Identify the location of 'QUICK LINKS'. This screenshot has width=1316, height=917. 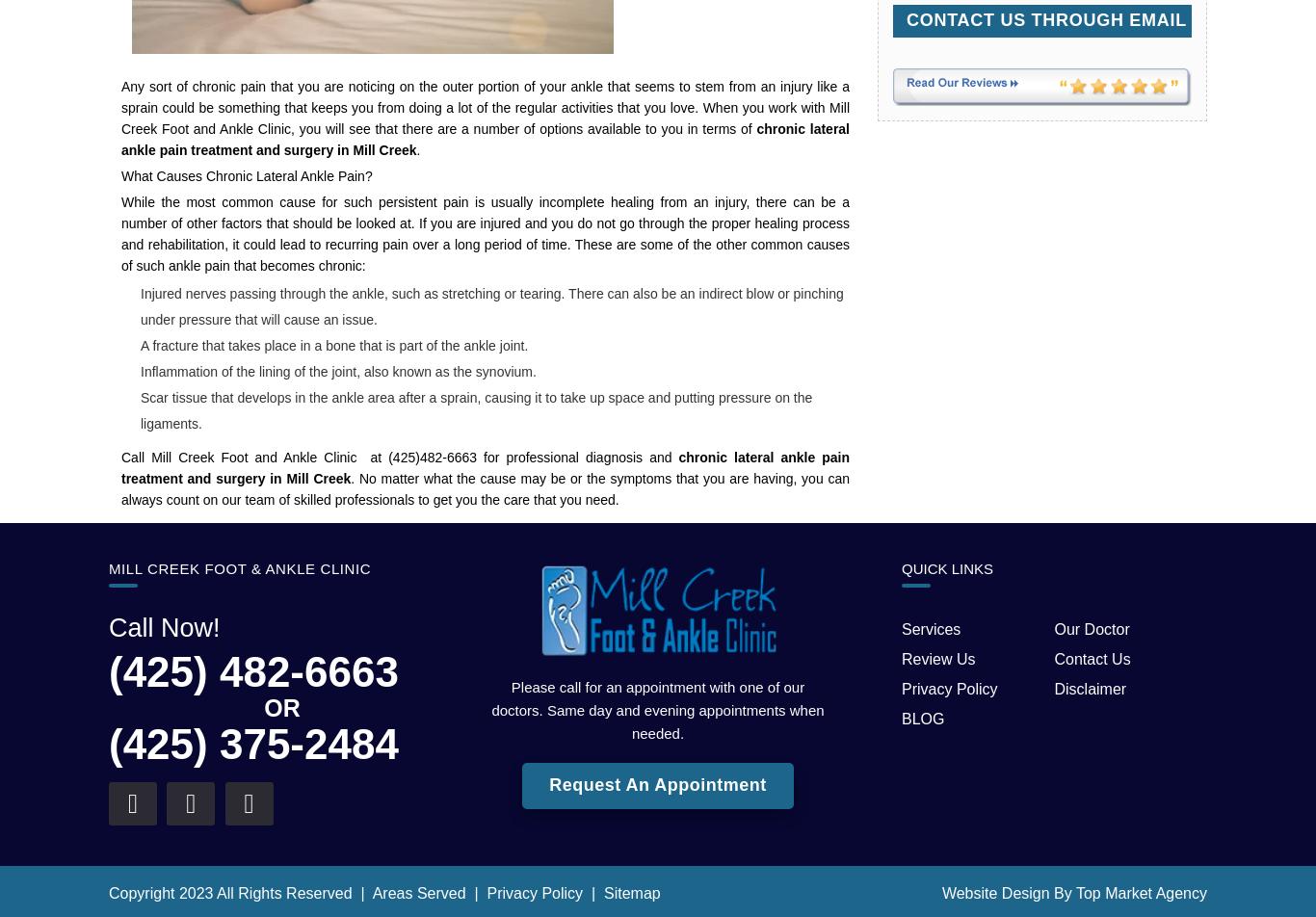
(947, 568).